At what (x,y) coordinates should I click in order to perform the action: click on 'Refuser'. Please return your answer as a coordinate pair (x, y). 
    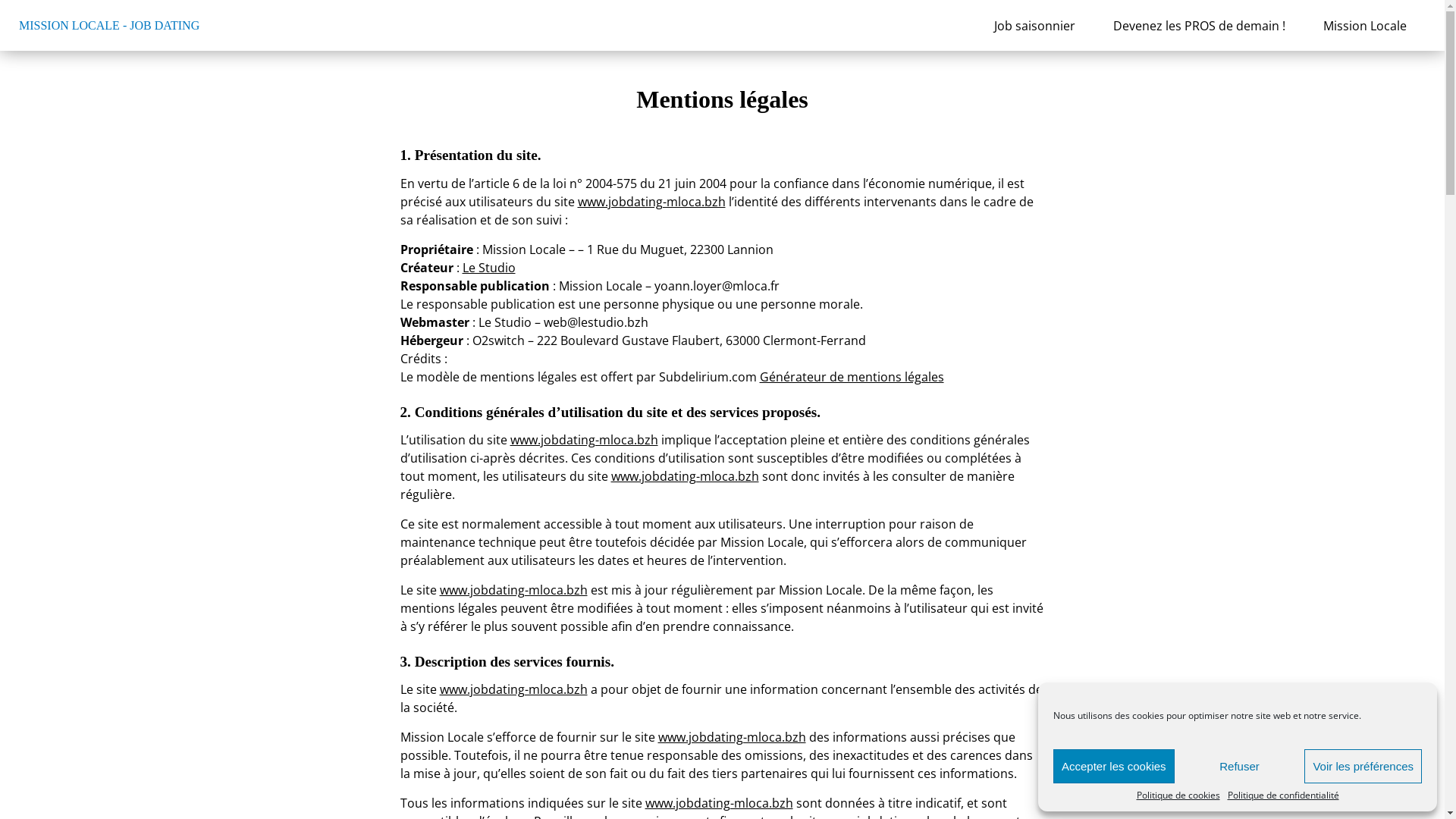
    Looking at the image, I should click on (1181, 766).